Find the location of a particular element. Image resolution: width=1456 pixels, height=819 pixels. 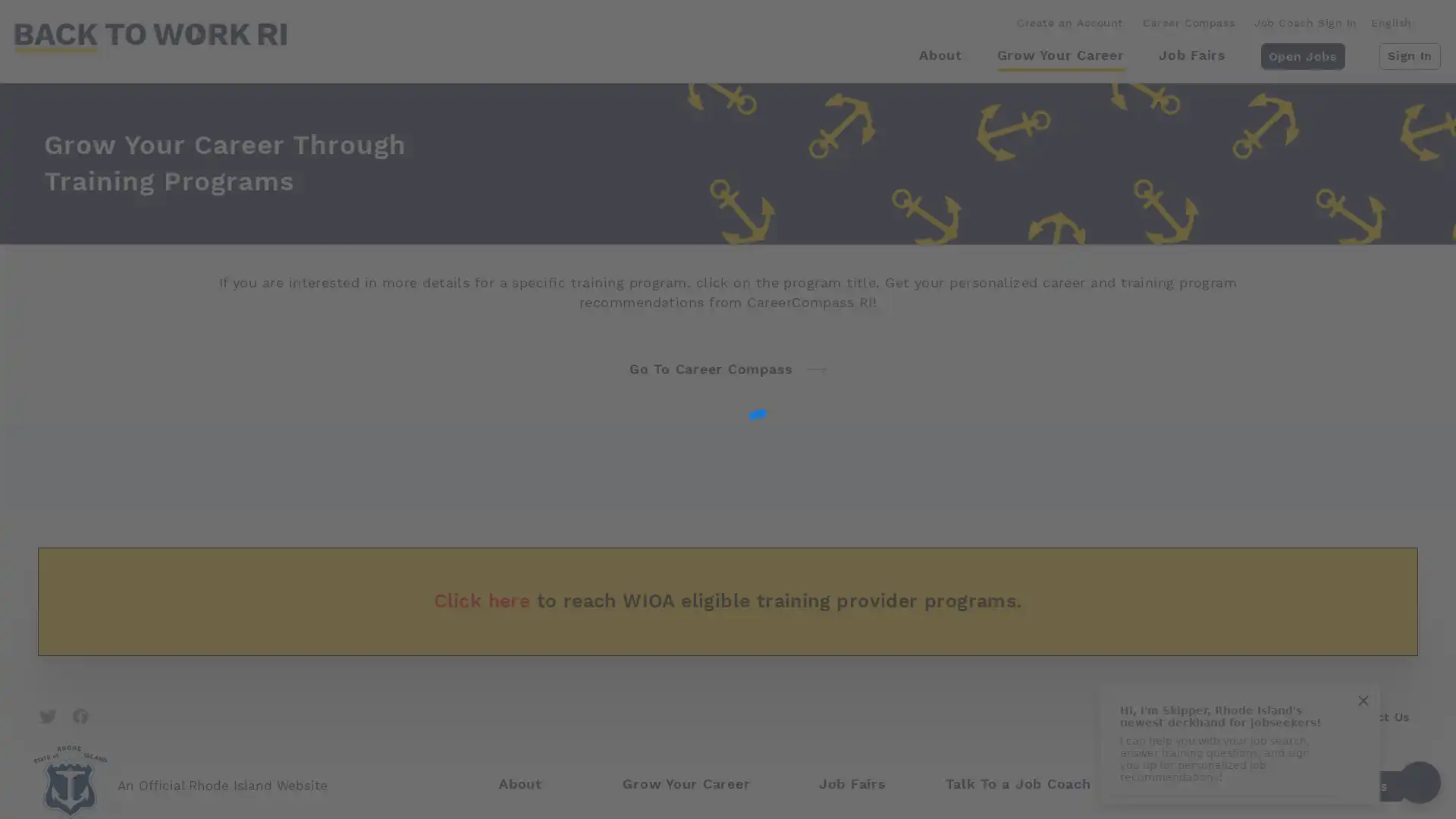

not favorite Favorite is located at coordinates (651, 479).